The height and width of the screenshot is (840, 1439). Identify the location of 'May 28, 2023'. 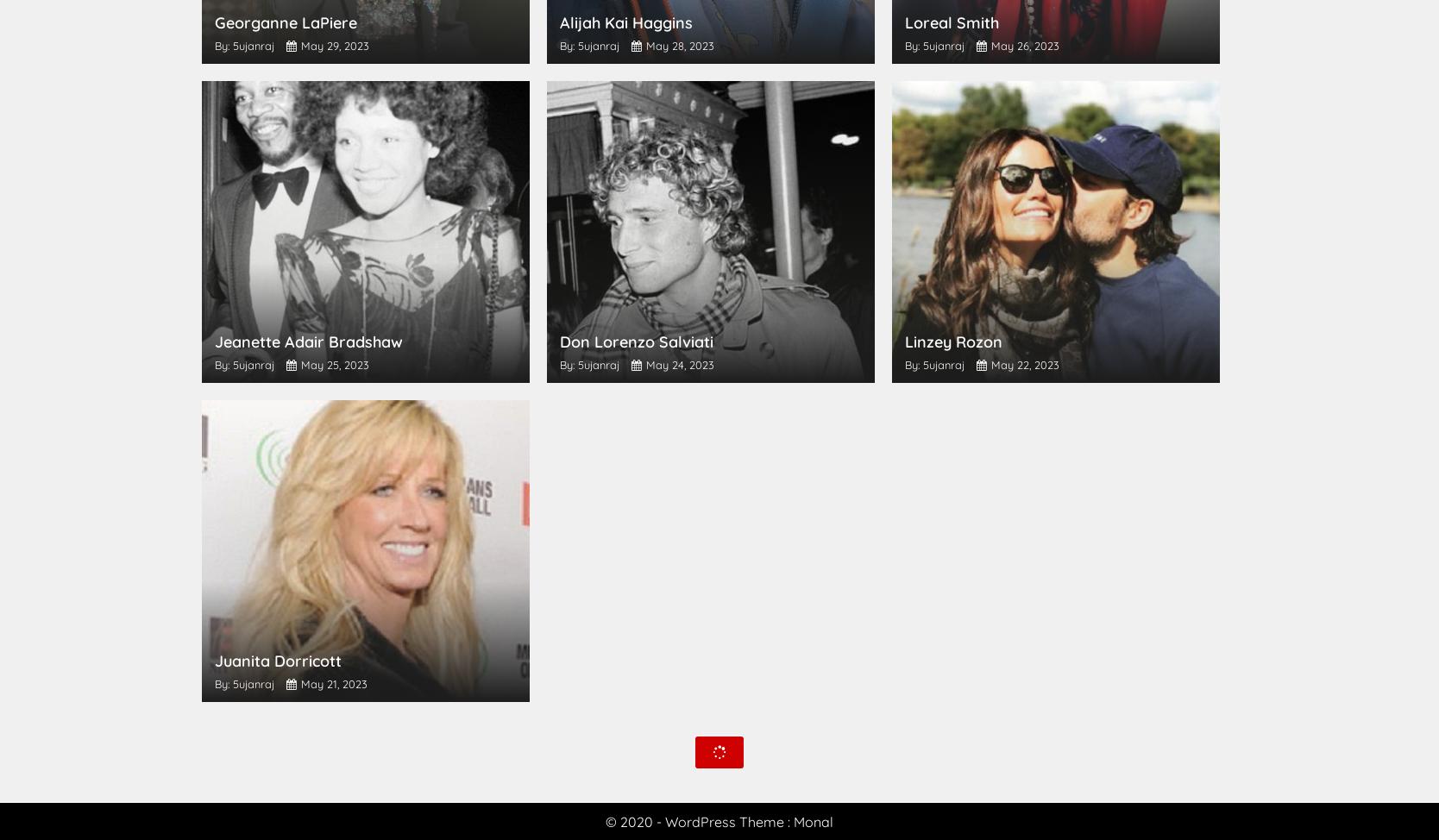
(644, 45).